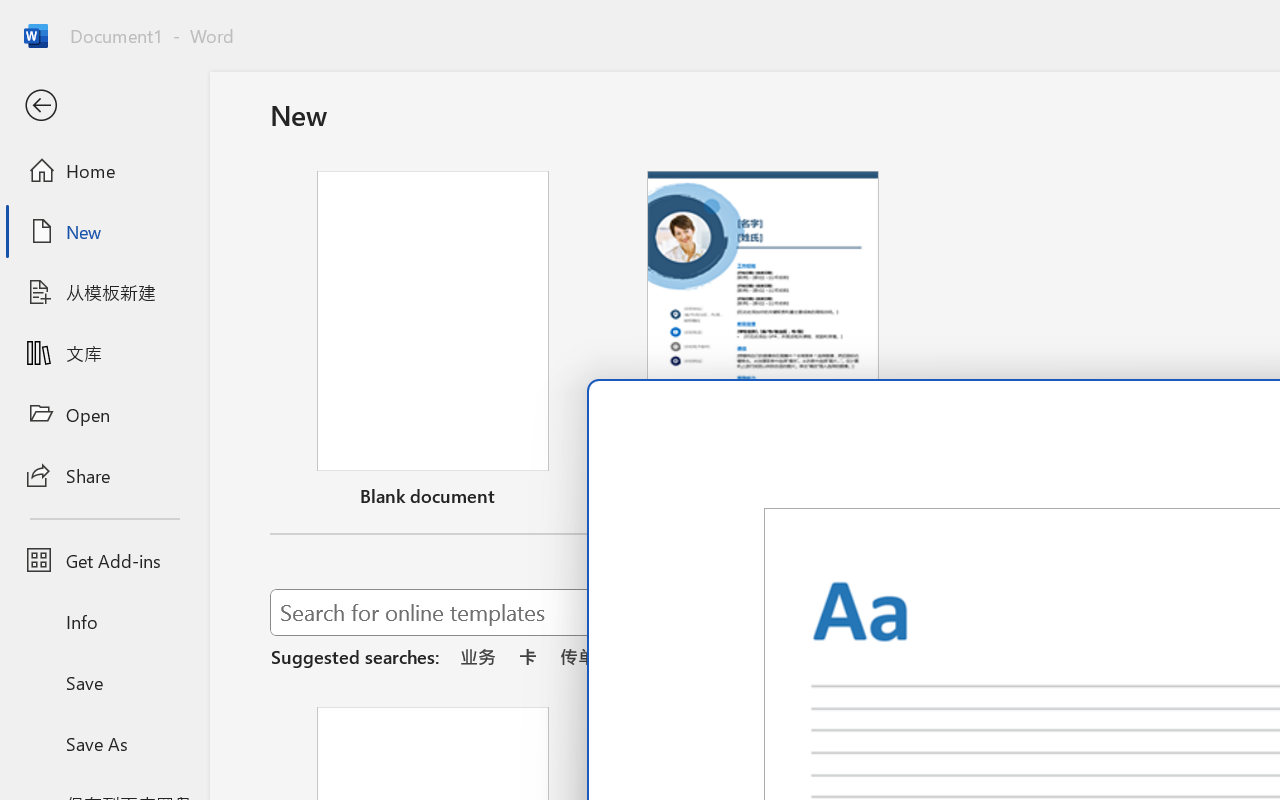 This screenshot has width=1280, height=800. What do you see at coordinates (103, 105) in the screenshot?
I see `'Back'` at bounding box center [103, 105].